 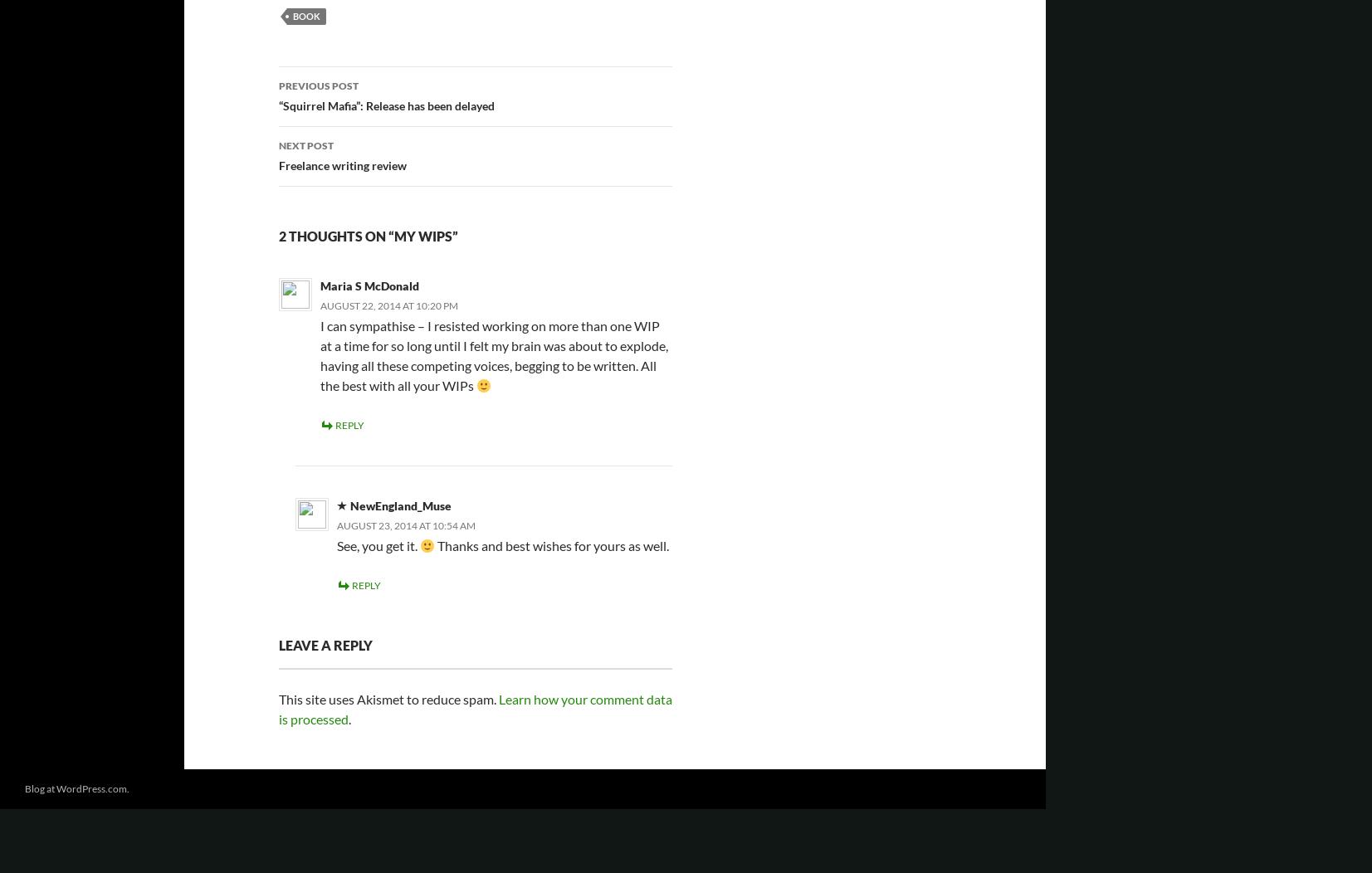 What do you see at coordinates (278, 707) in the screenshot?
I see `'Learn how your comment data is processed'` at bounding box center [278, 707].